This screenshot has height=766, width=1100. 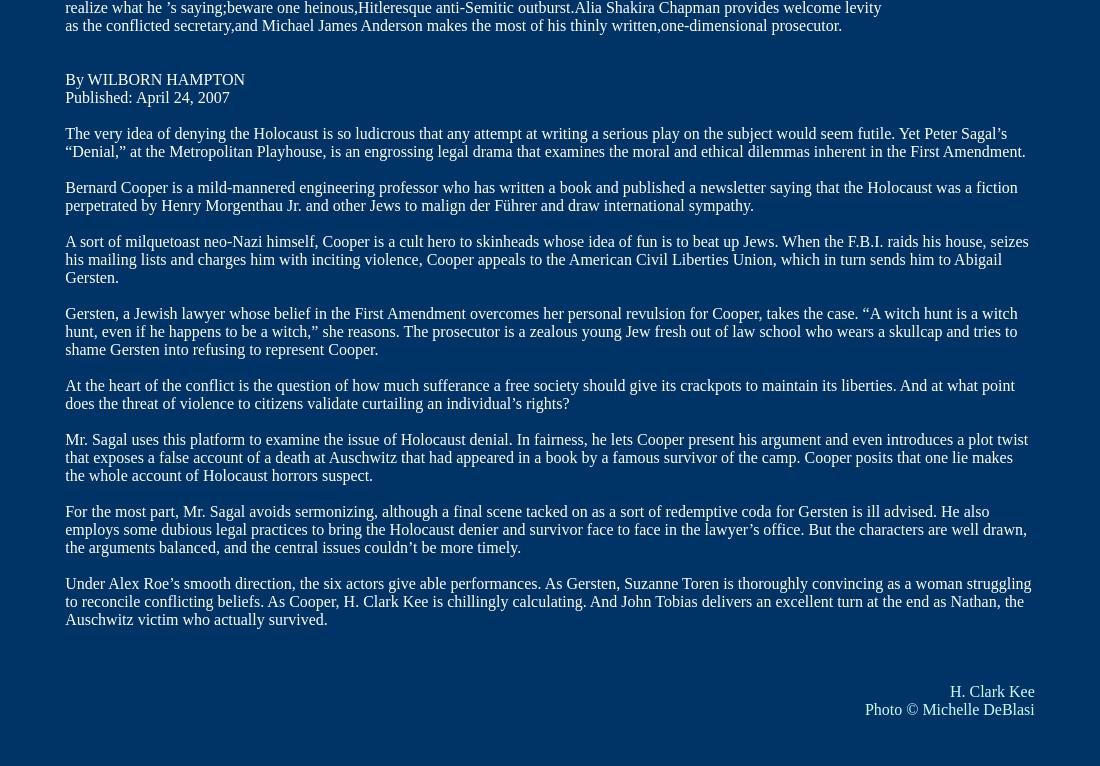 What do you see at coordinates (153, 78) in the screenshot?
I see `'By WILBORN HAMPTON'` at bounding box center [153, 78].